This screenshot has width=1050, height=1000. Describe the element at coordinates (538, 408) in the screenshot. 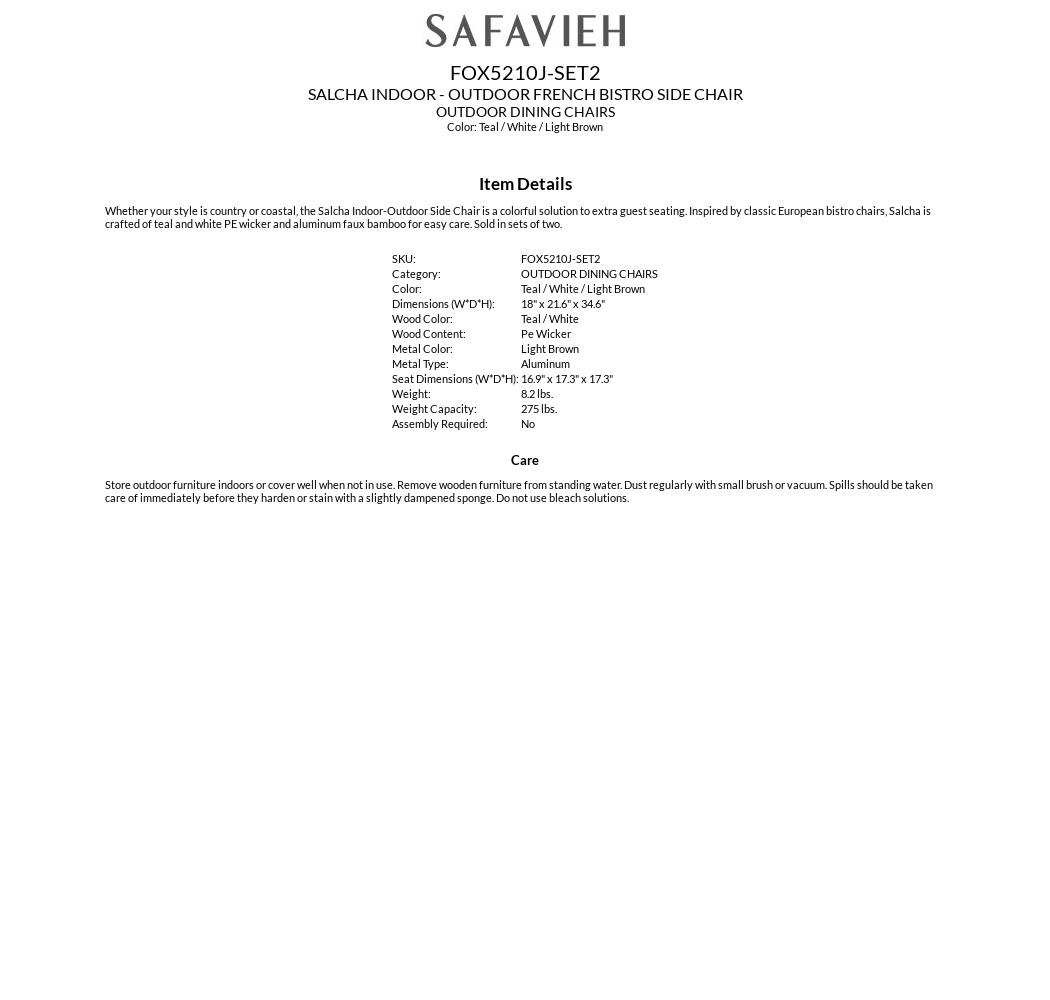

I see `'275 lbs.'` at that location.